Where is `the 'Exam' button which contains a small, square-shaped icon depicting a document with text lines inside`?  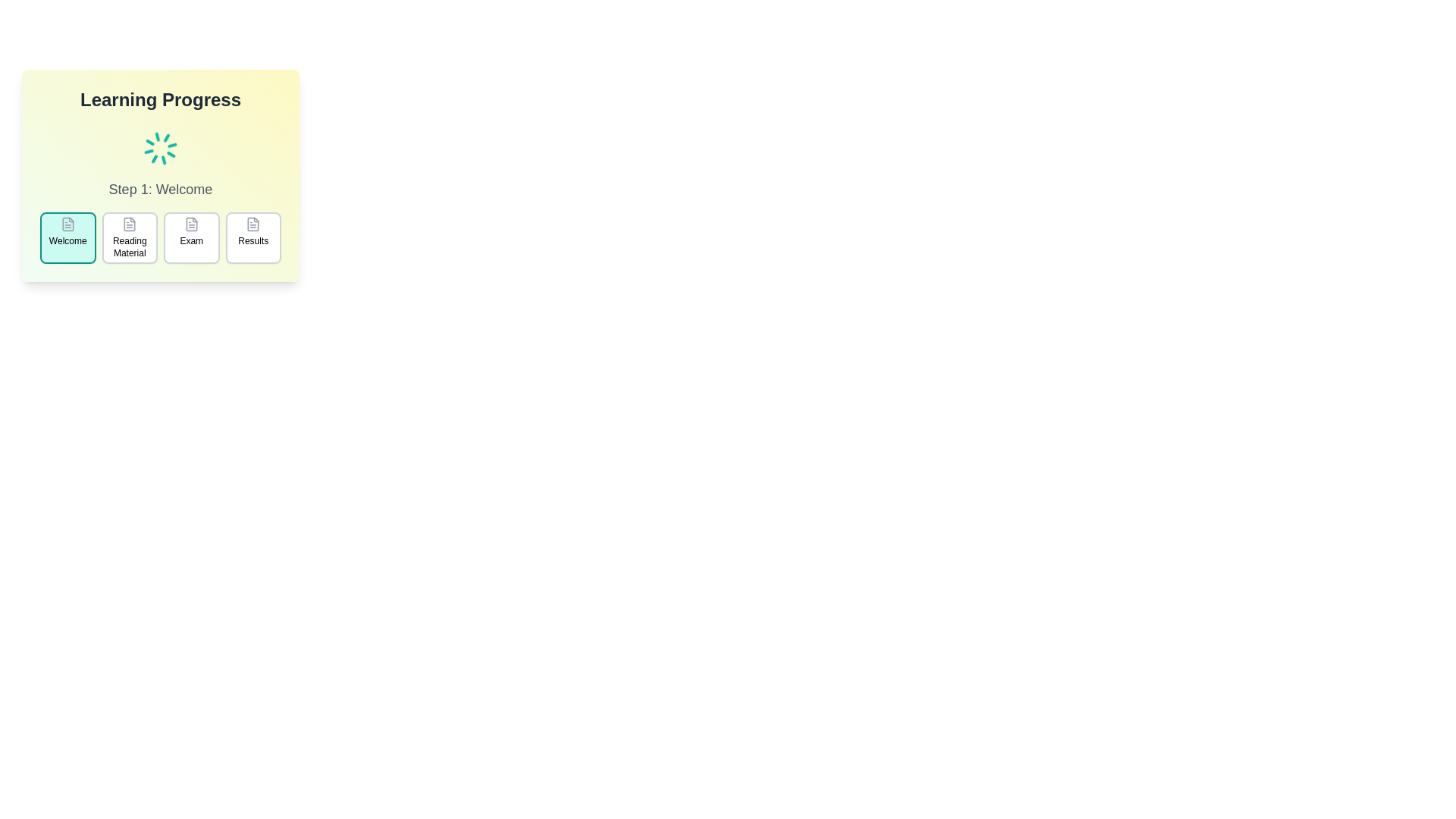 the 'Exam' button which contains a small, square-shaped icon depicting a document with text lines inside is located at coordinates (190, 224).